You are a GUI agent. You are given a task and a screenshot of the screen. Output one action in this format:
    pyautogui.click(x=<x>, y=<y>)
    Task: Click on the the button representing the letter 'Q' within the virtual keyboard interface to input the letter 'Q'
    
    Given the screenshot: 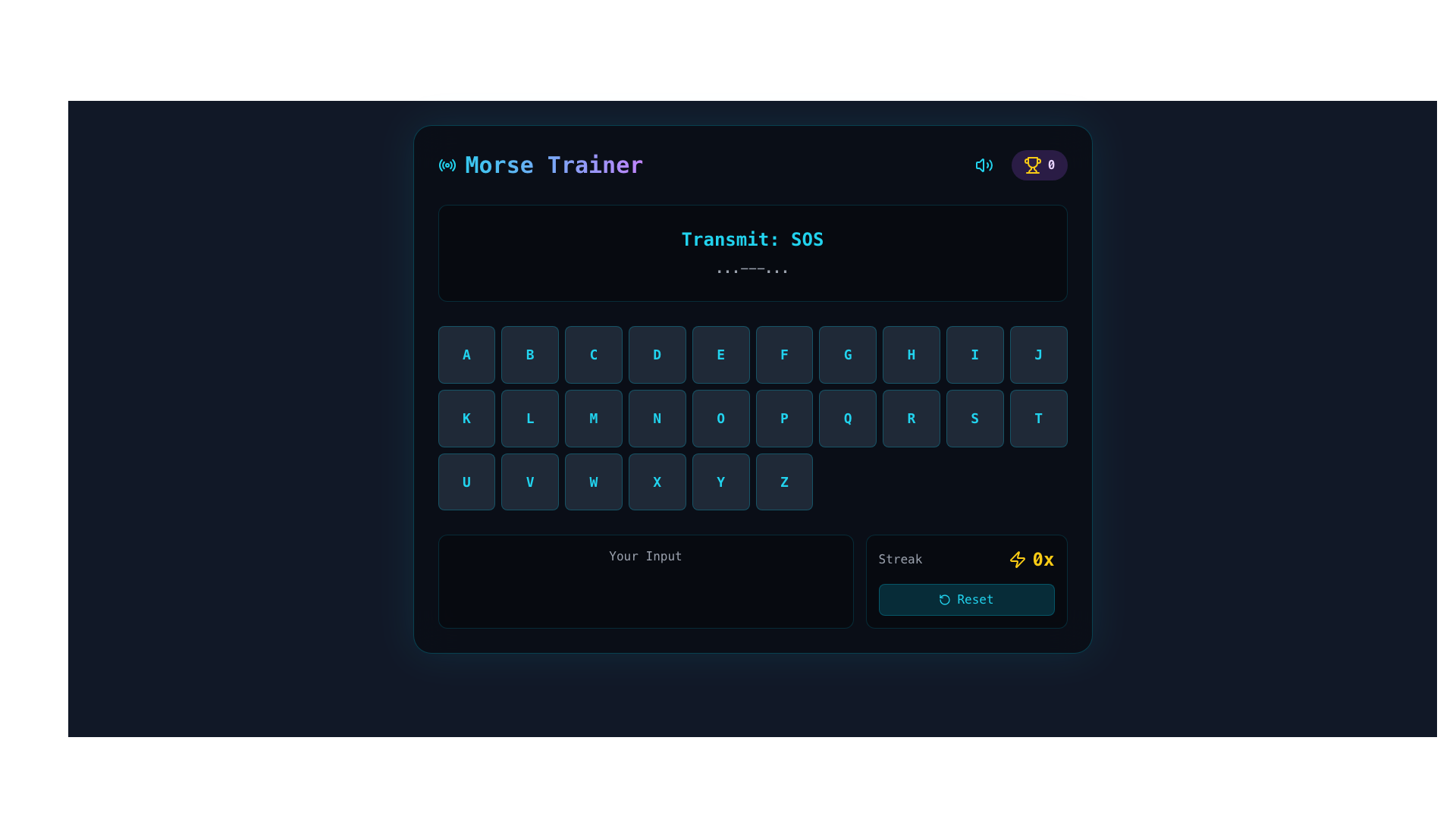 What is the action you would take?
    pyautogui.click(x=847, y=418)
    